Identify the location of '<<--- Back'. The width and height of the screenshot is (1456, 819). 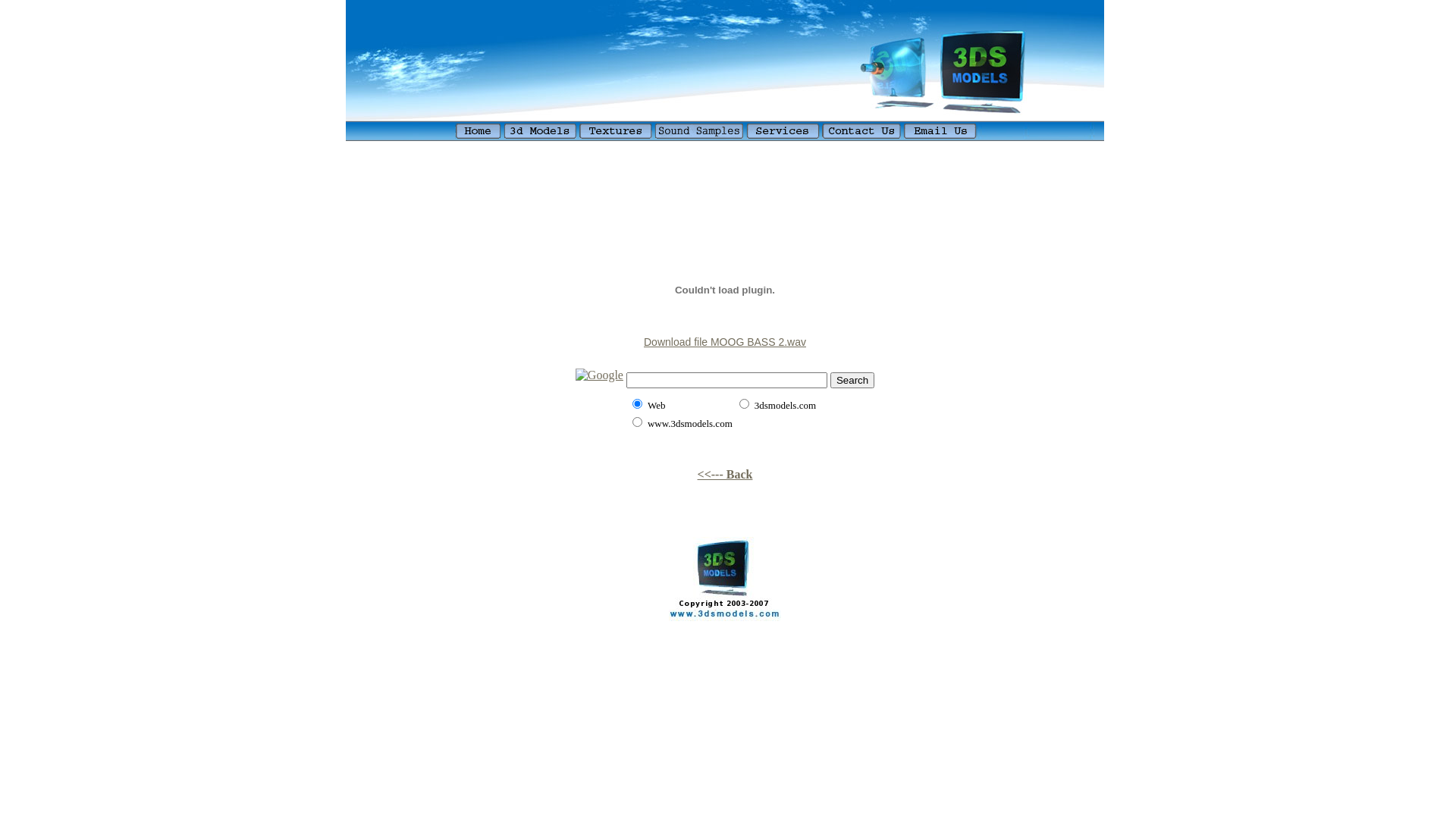
(724, 473).